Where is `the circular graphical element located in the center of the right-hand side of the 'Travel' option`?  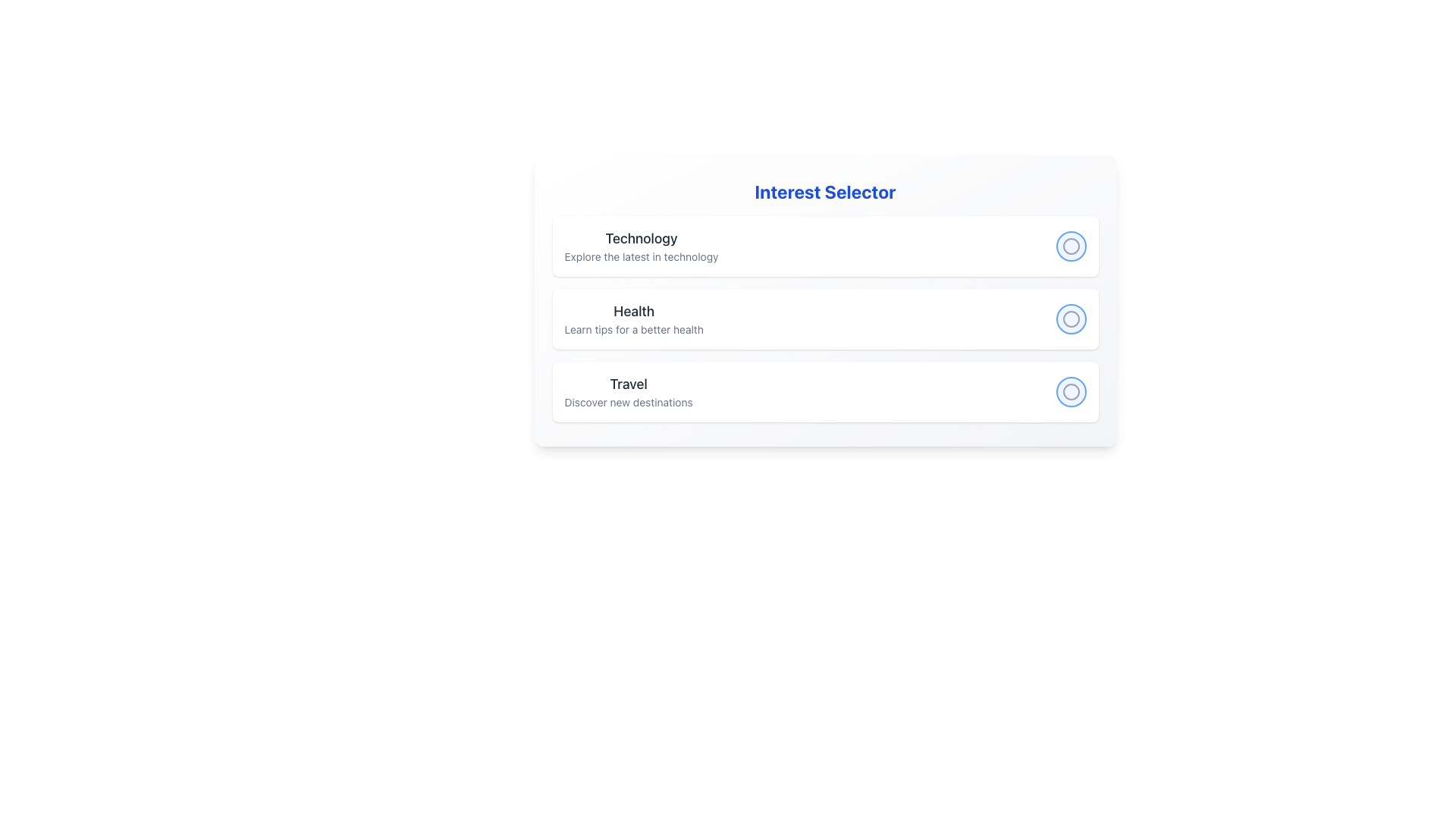
the circular graphical element located in the center of the right-hand side of the 'Travel' option is located at coordinates (1070, 391).